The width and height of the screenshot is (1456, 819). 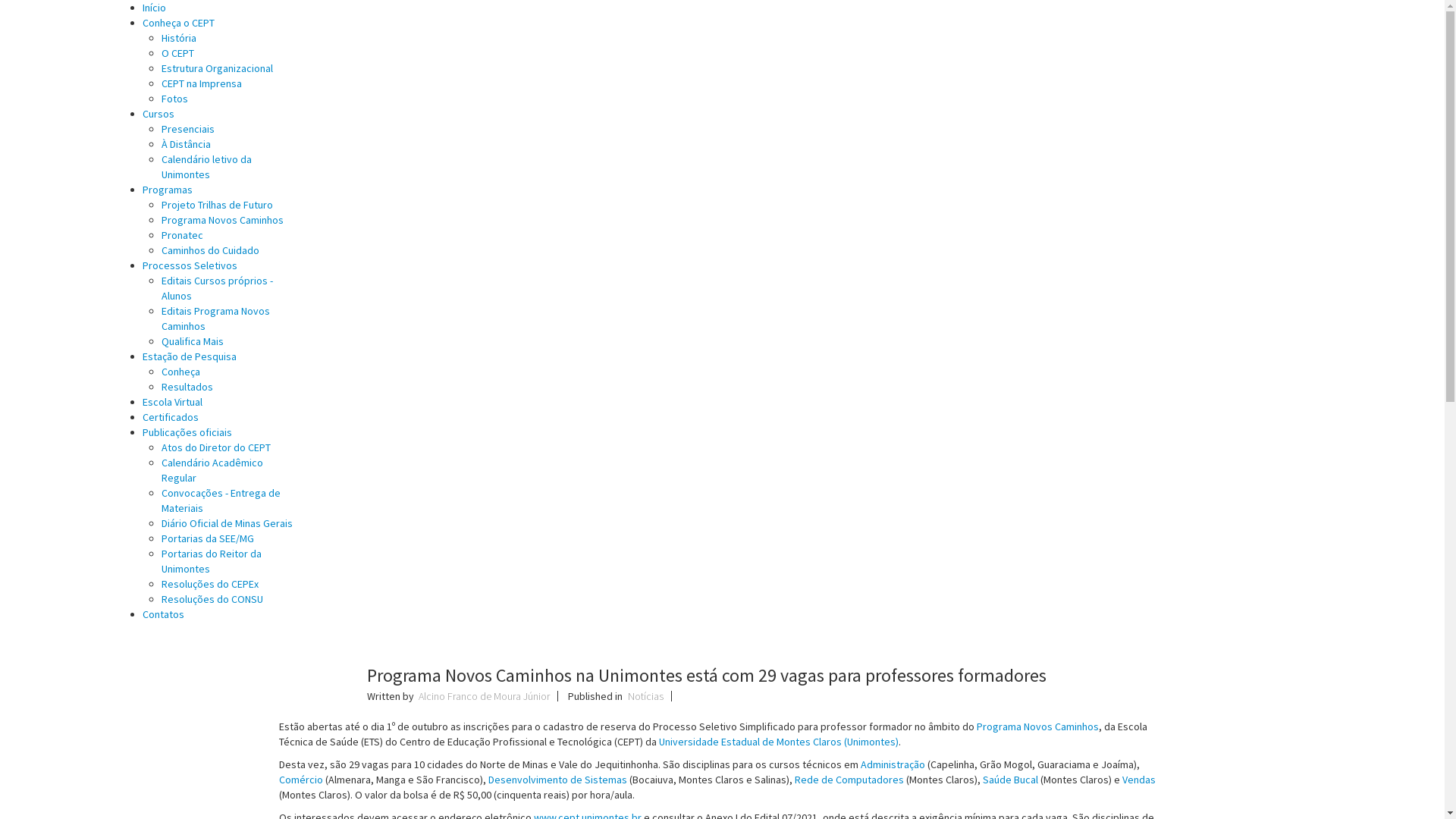 What do you see at coordinates (206, 537) in the screenshot?
I see `'Portarias da SEE/MG'` at bounding box center [206, 537].